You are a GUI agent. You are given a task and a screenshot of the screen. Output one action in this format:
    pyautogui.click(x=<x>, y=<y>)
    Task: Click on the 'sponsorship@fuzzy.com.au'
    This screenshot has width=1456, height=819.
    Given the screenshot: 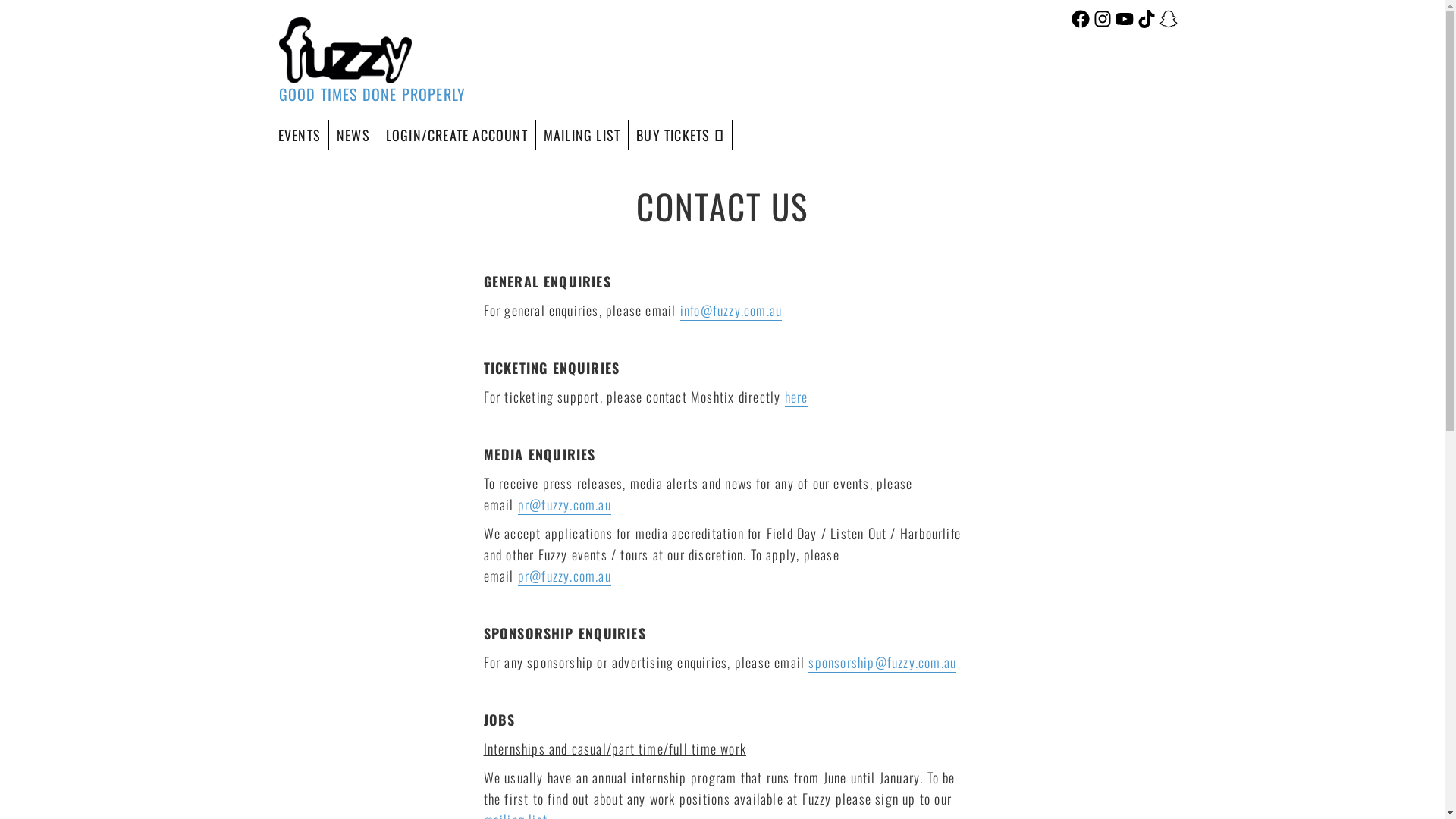 What is the action you would take?
    pyautogui.click(x=882, y=661)
    